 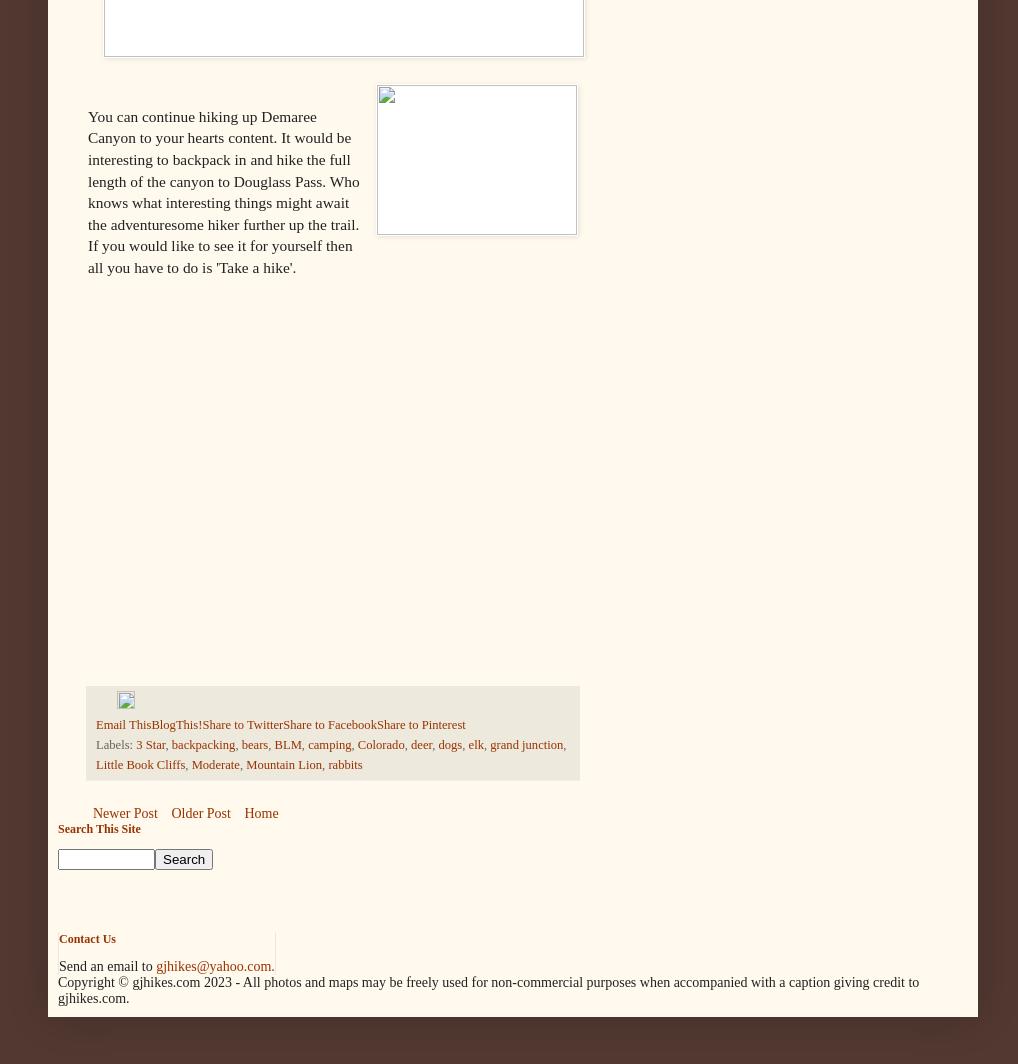 What do you see at coordinates (129, 982) in the screenshot?
I see `'Copyright © gjhikes.com'` at bounding box center [129, 982].